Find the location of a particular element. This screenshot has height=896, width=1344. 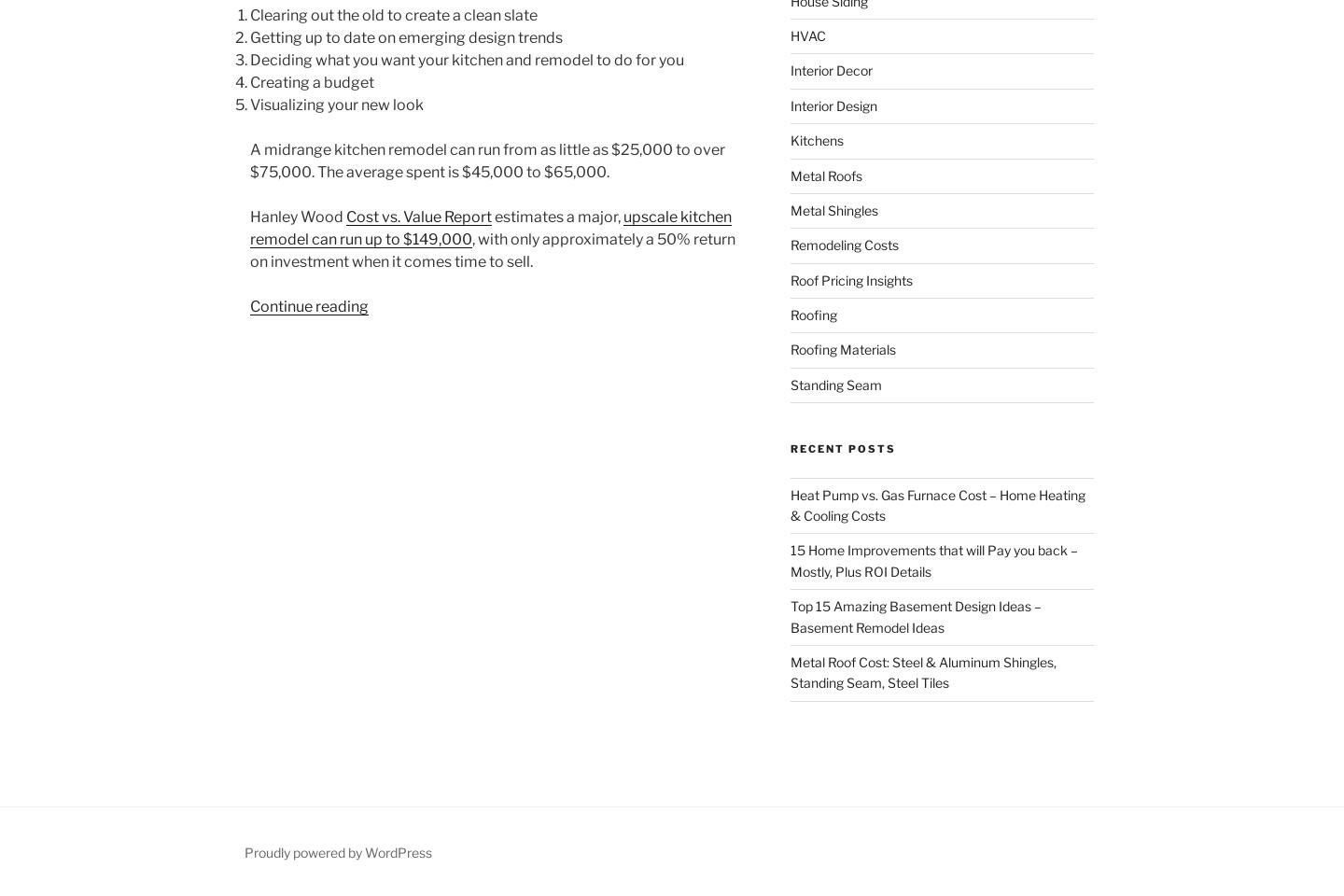

'Metal Roofs' is located at coordinates (824, 175).